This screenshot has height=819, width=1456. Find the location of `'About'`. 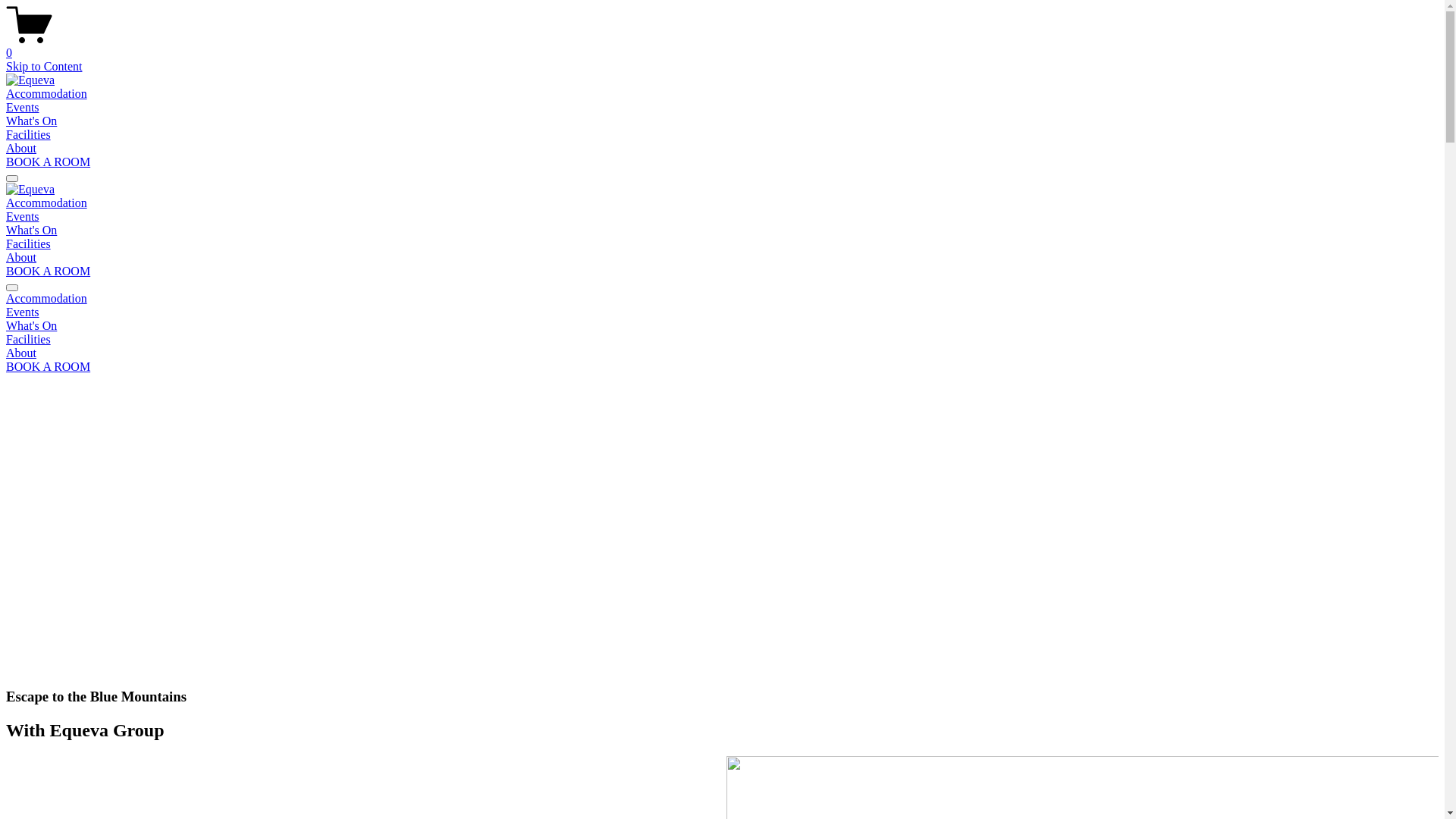

'About' is located at coordinates (21, 148).